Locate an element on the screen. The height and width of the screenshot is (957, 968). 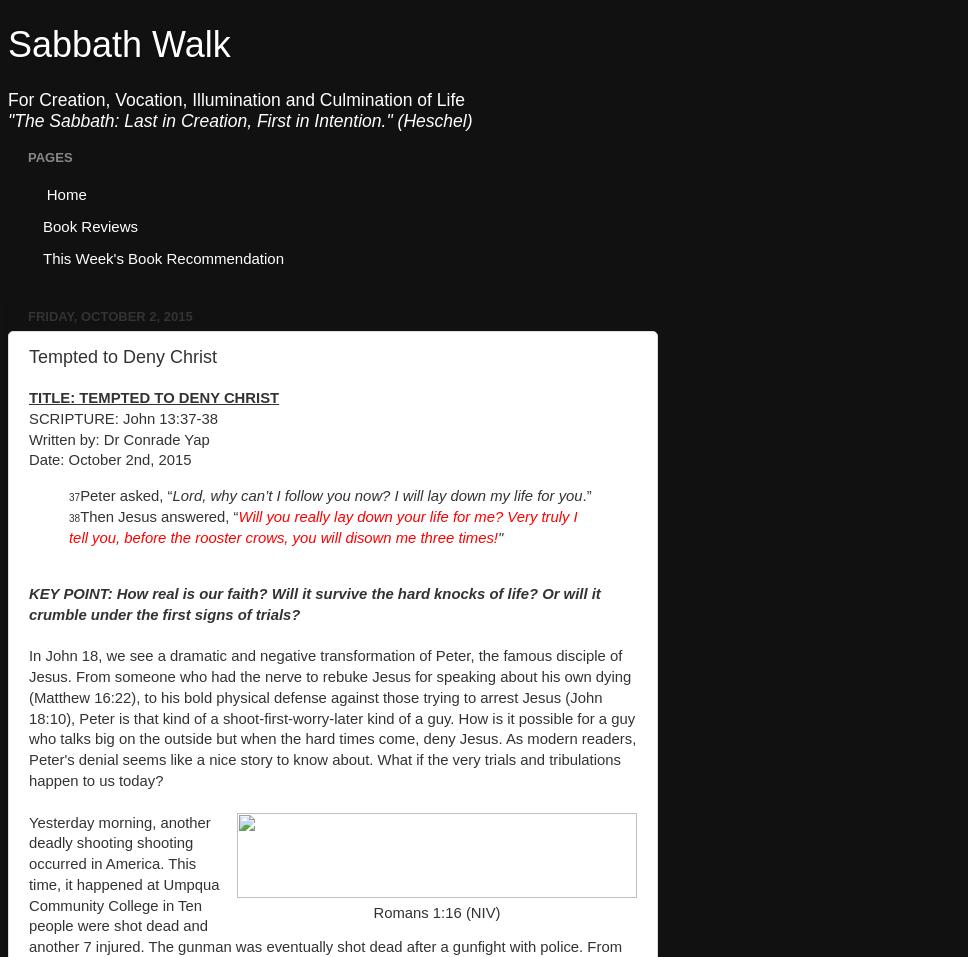
'37' is located at coordinates (68, 496).